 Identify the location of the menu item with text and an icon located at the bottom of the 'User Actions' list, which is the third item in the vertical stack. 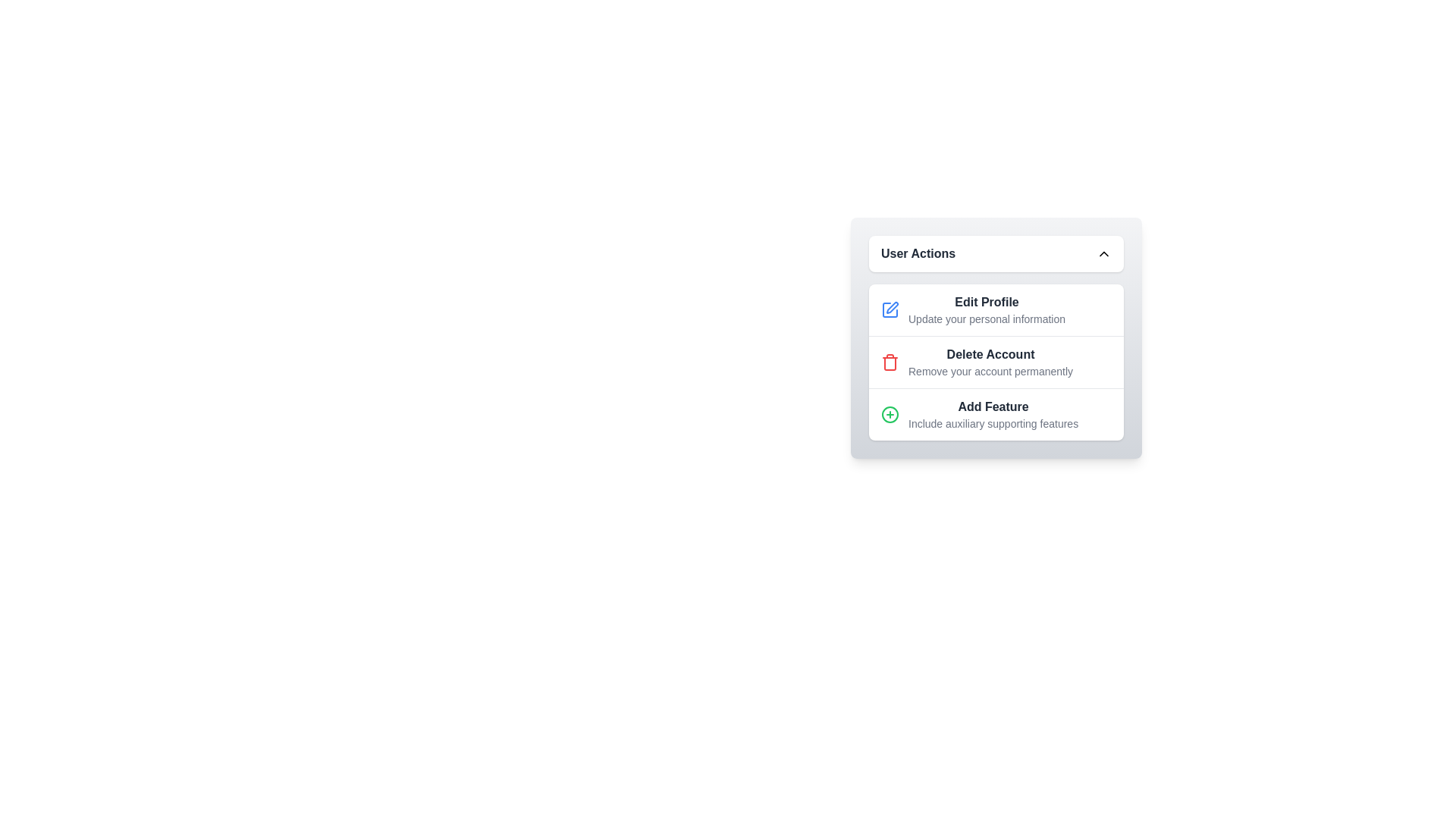
(996, 414).